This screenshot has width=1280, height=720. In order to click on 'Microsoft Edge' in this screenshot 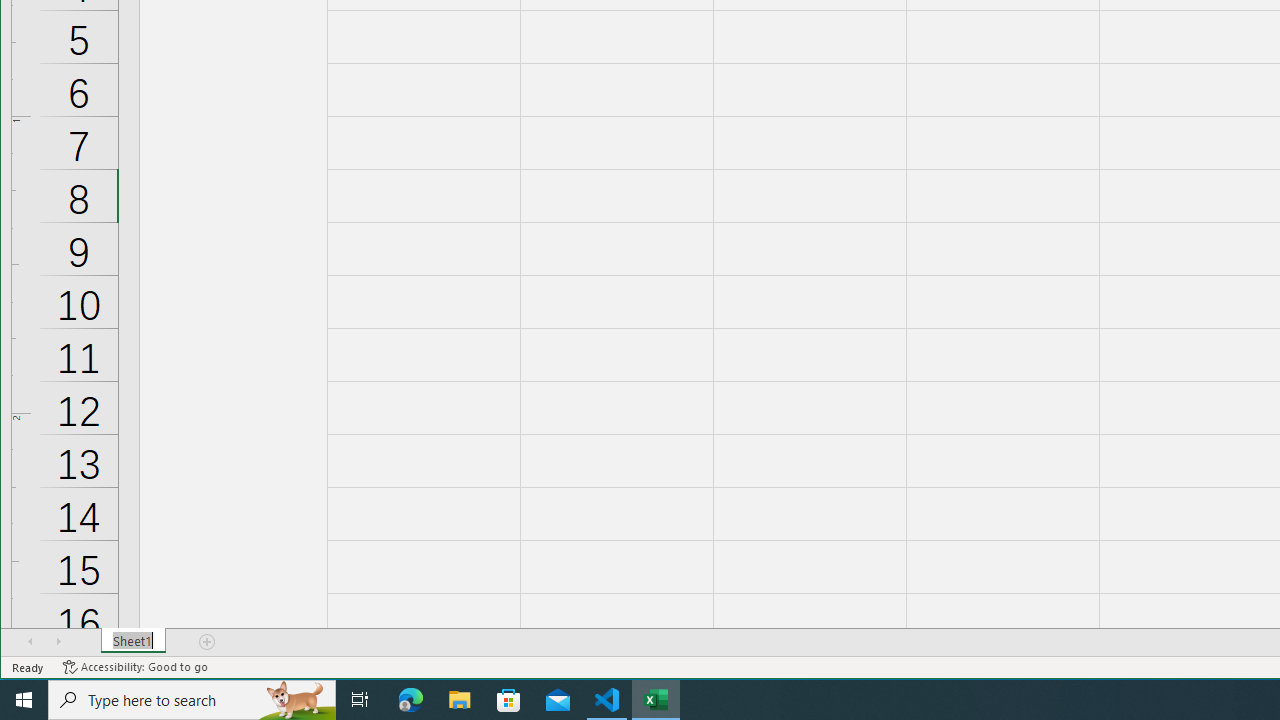, I will do `click(410, 698)`.